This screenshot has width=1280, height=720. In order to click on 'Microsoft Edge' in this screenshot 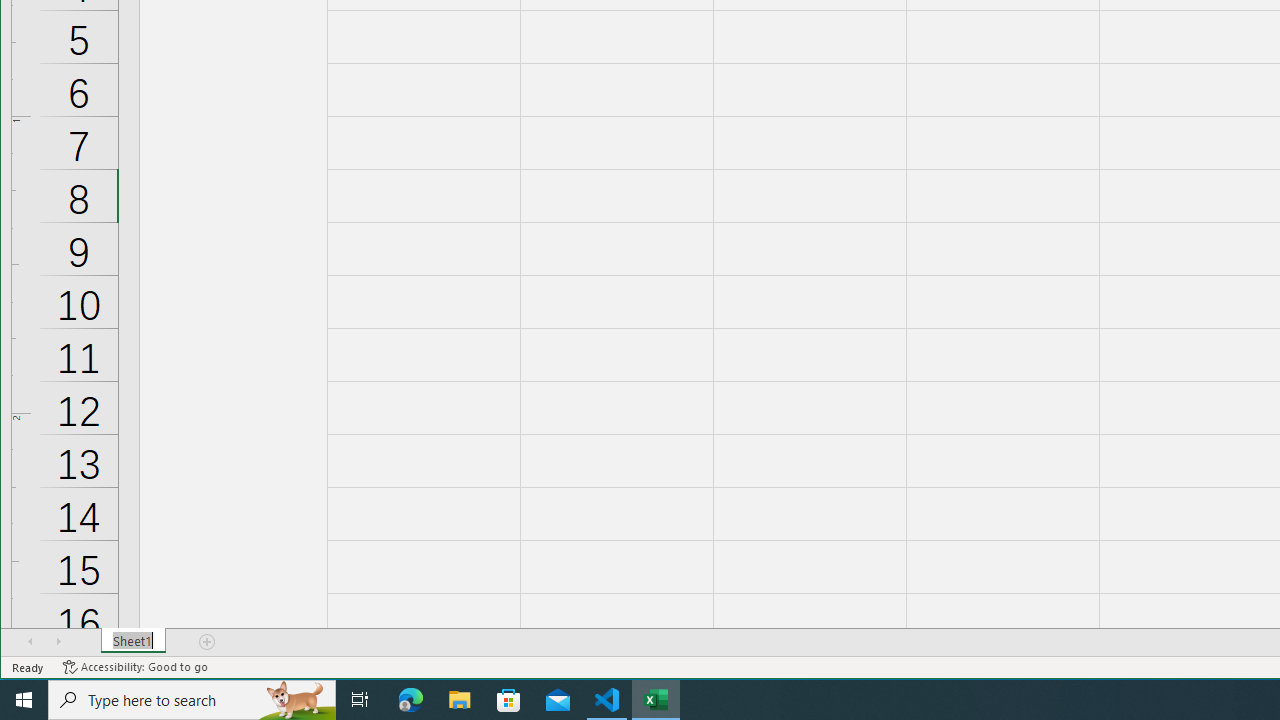, I will do `click(410, 698)`.